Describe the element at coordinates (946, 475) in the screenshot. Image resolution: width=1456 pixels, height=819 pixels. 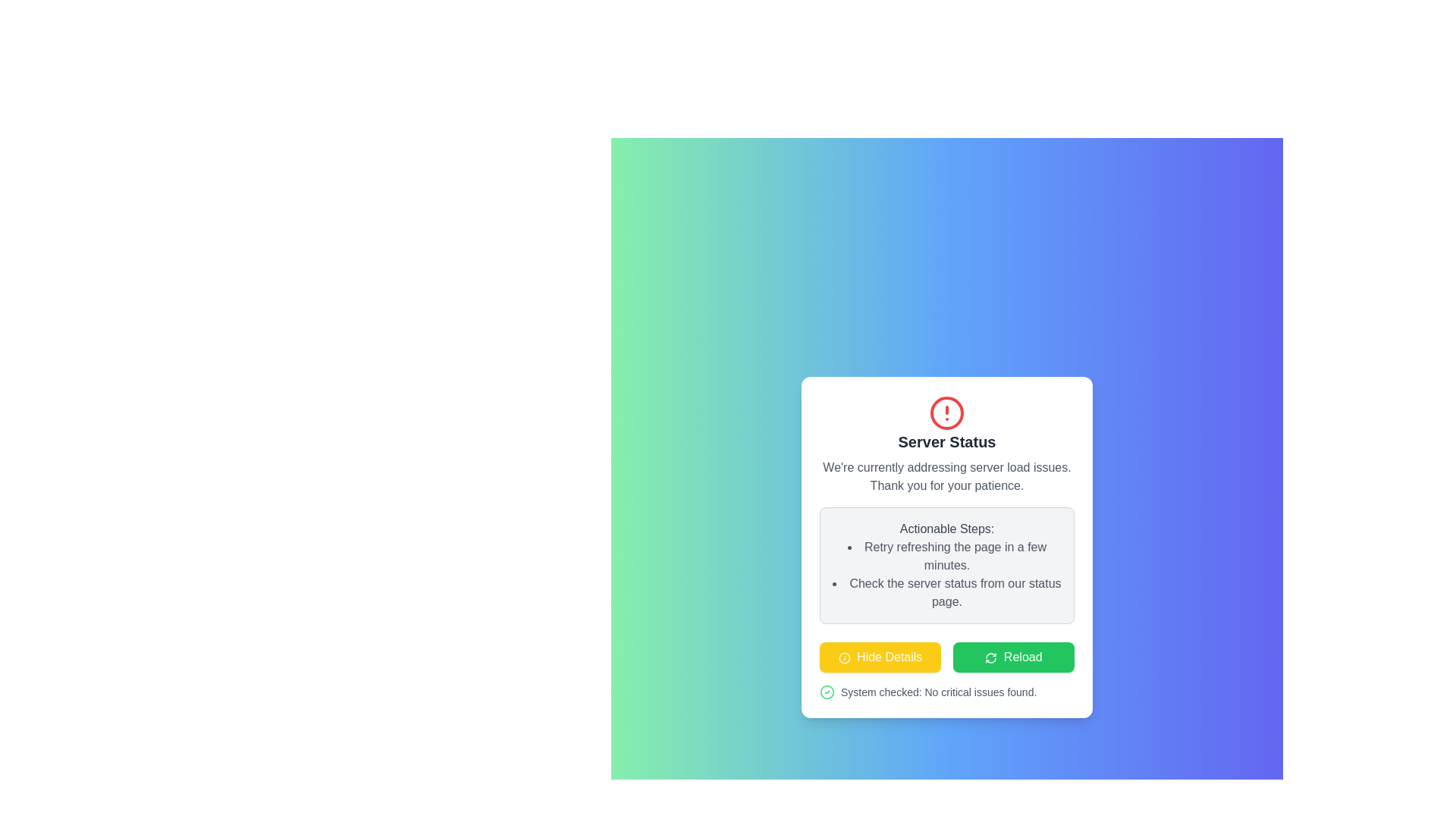
I see `text in the Text Block that states, 'We're currently addressing server load issues. Thank you for your patience.' to understand the server status` at that location.